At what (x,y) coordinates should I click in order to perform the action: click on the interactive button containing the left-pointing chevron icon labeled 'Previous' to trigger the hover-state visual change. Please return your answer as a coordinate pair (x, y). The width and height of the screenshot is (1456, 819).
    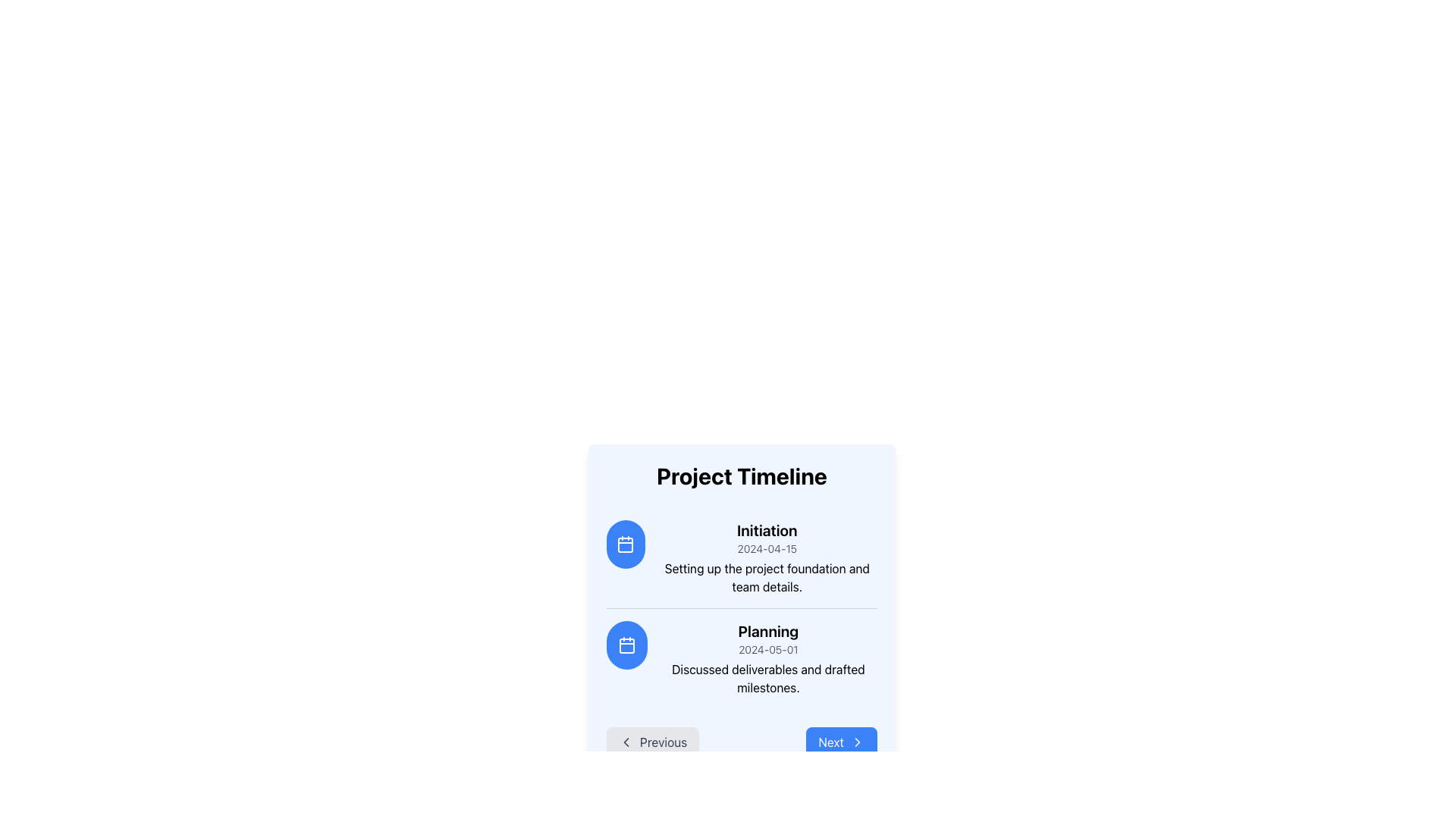
    Looking at the image, I should click on (626, 742).